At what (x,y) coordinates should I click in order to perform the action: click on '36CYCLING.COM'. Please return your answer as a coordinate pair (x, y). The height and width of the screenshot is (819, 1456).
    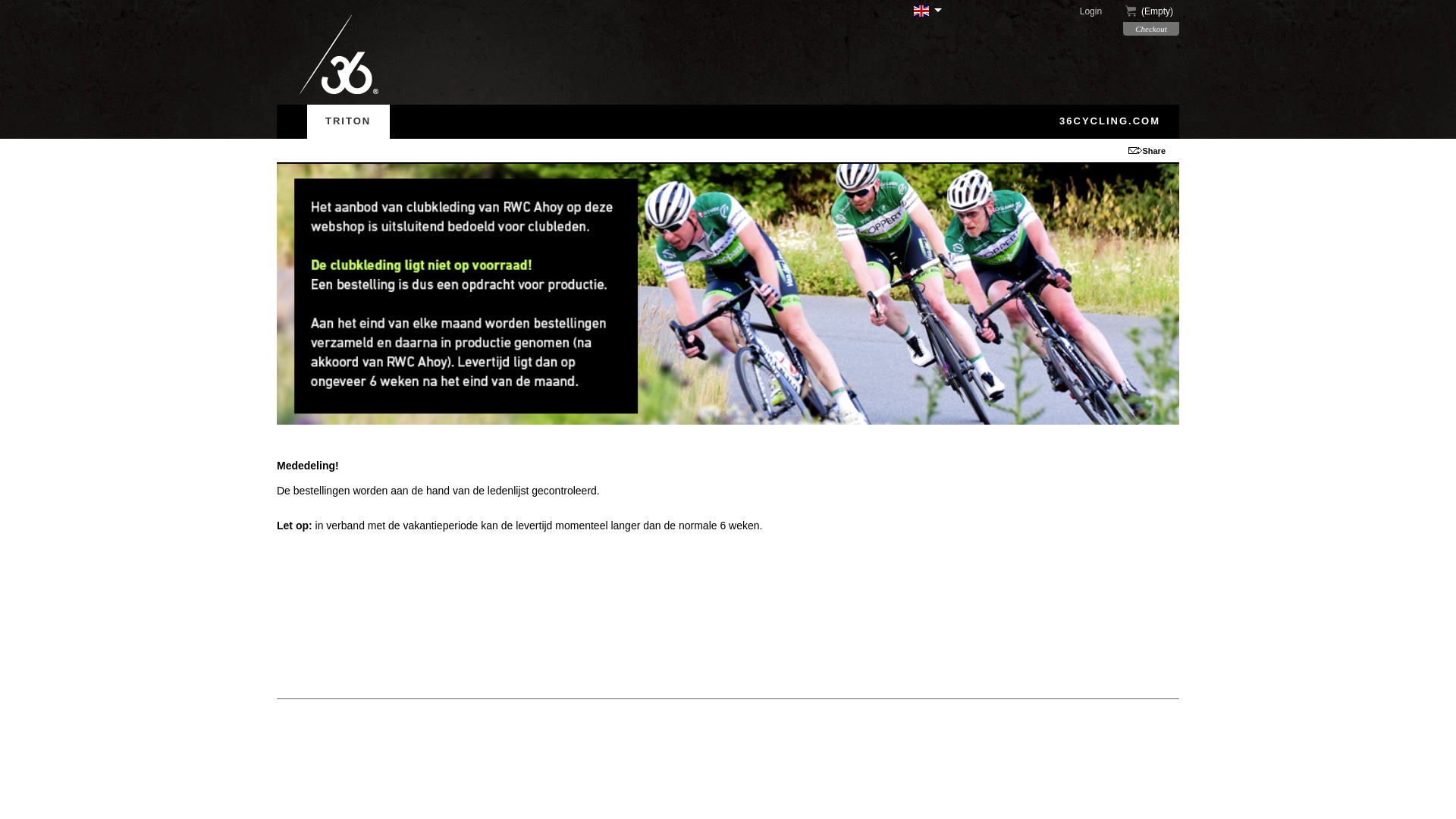
    Looking at the image, I should click on (1040, 120).